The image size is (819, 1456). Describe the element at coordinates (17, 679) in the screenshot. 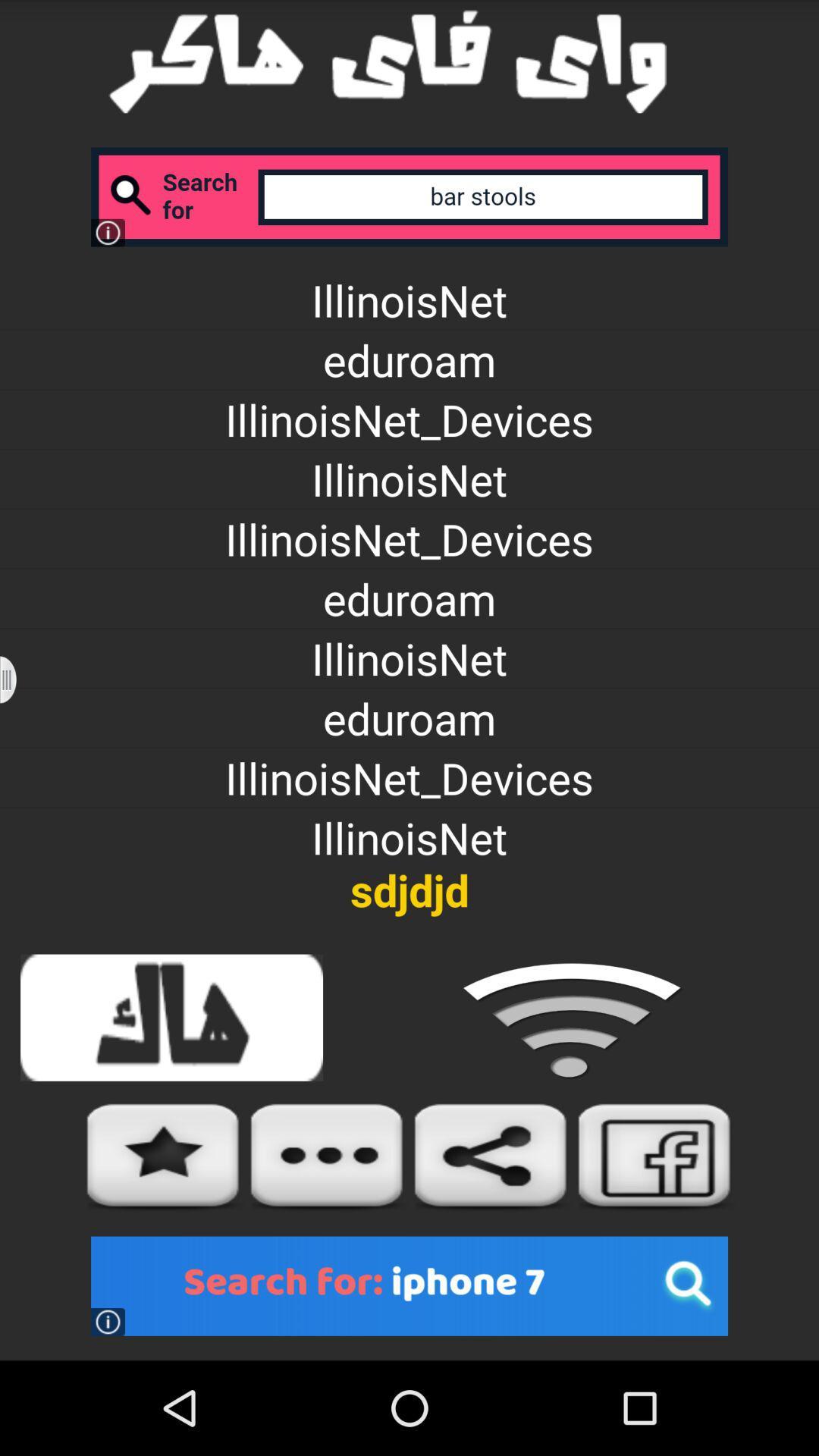

I see `icon to the left of illinoisnet icon` at that location.